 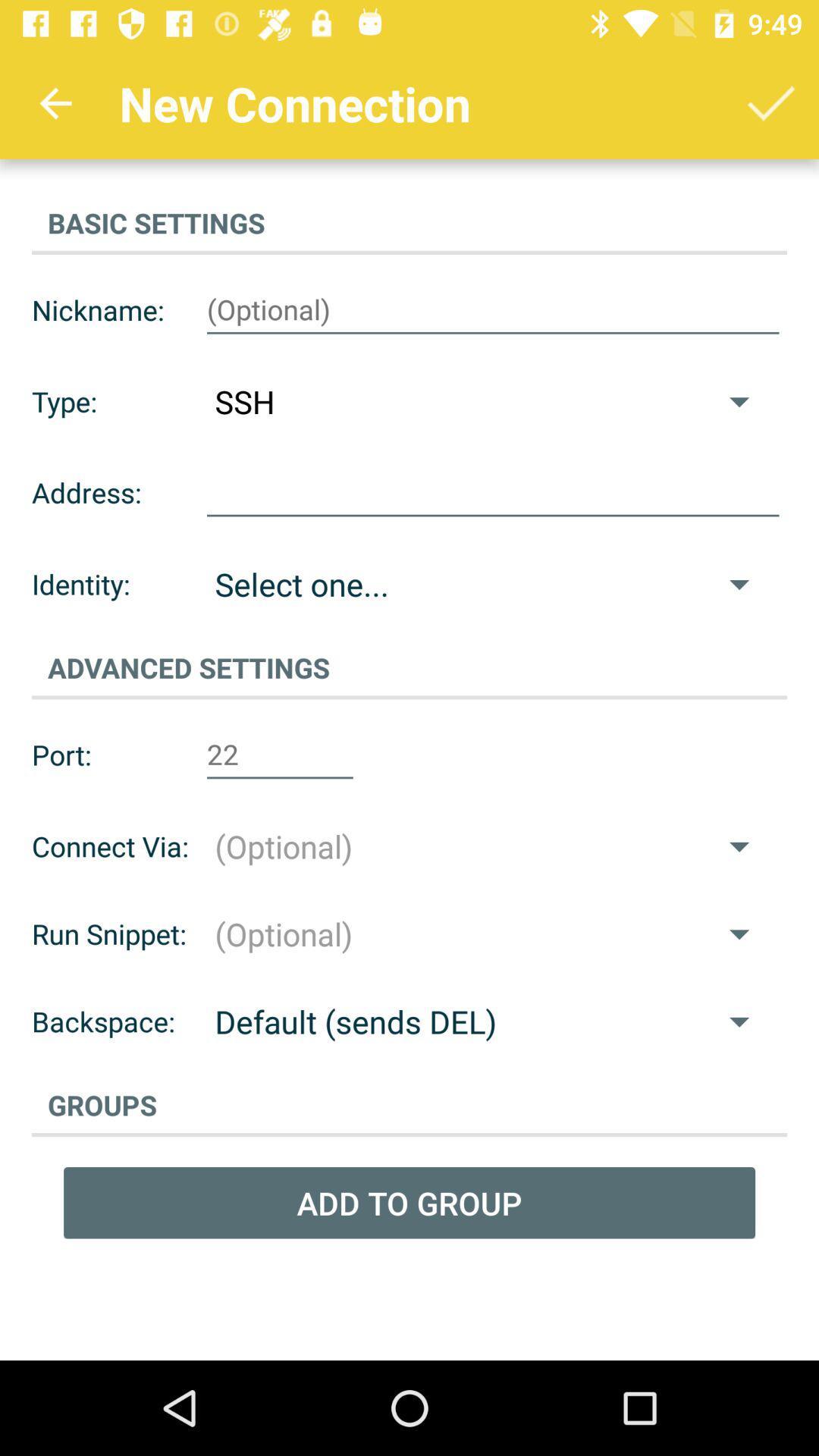 I want to click on open text box, so click(x=493, y=492).